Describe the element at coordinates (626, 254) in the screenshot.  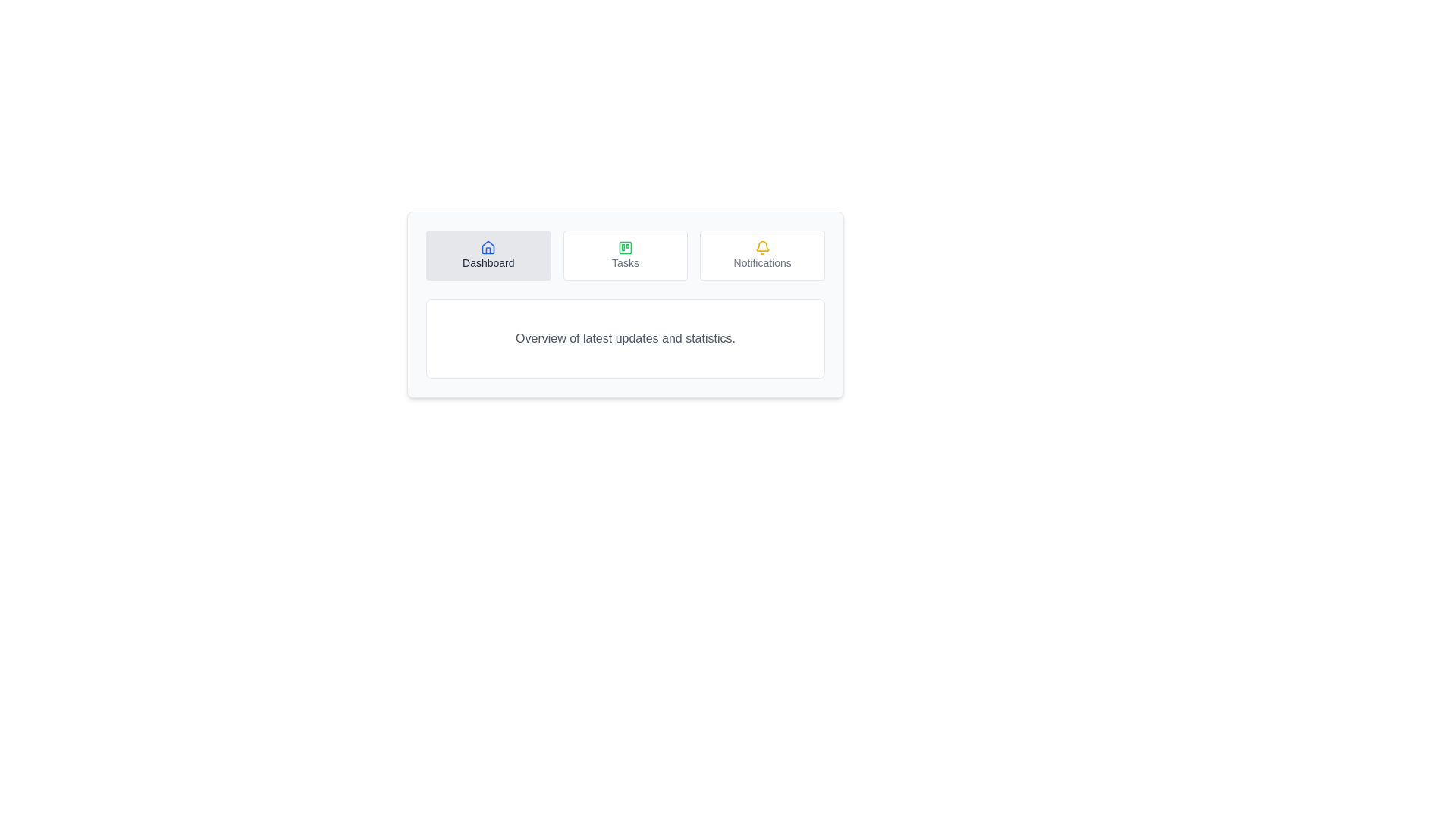
I see `the Tasks tab by clicking its button` at that location.